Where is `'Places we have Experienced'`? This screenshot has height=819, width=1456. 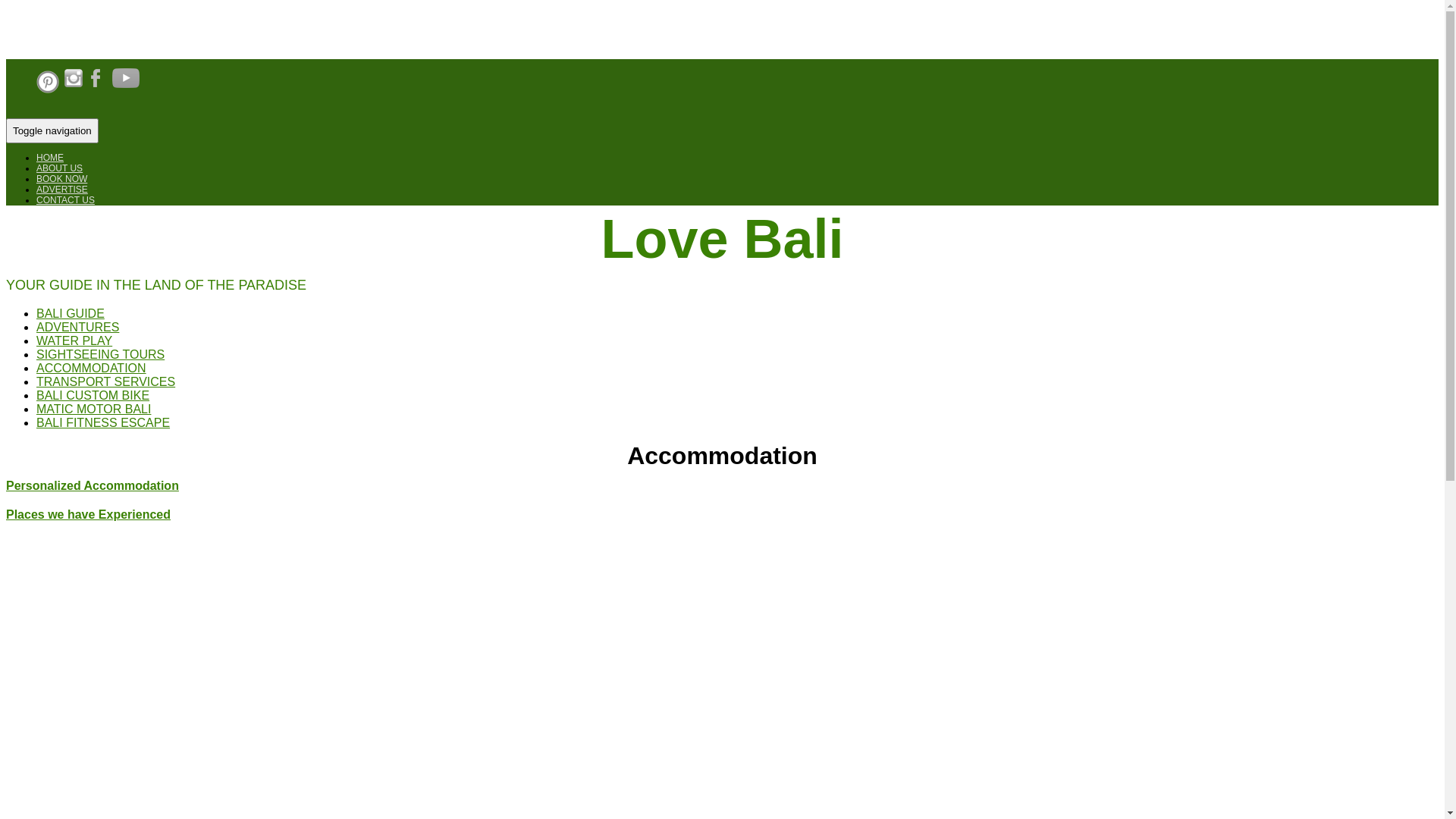
'Places we have Experienced' is located at coordinates (87, 513).